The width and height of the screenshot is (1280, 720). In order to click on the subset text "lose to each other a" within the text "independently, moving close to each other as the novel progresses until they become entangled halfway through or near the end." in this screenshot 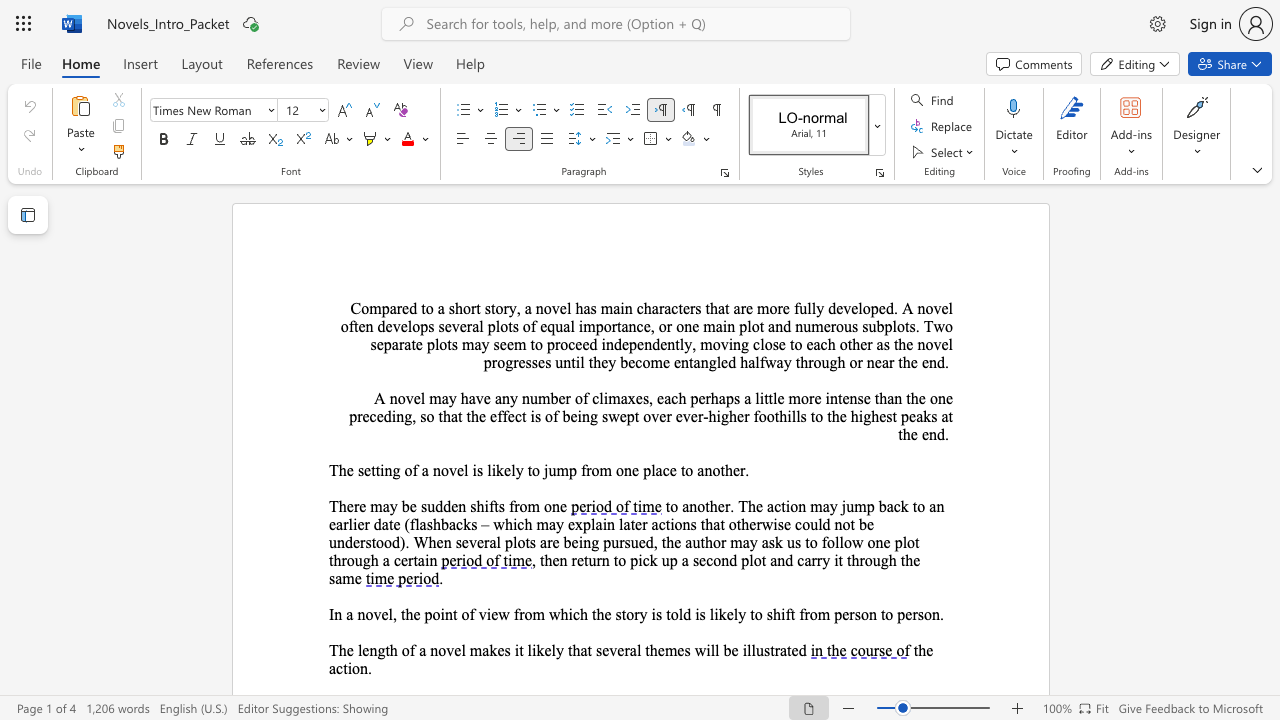, I will do `click(759, 343)`.